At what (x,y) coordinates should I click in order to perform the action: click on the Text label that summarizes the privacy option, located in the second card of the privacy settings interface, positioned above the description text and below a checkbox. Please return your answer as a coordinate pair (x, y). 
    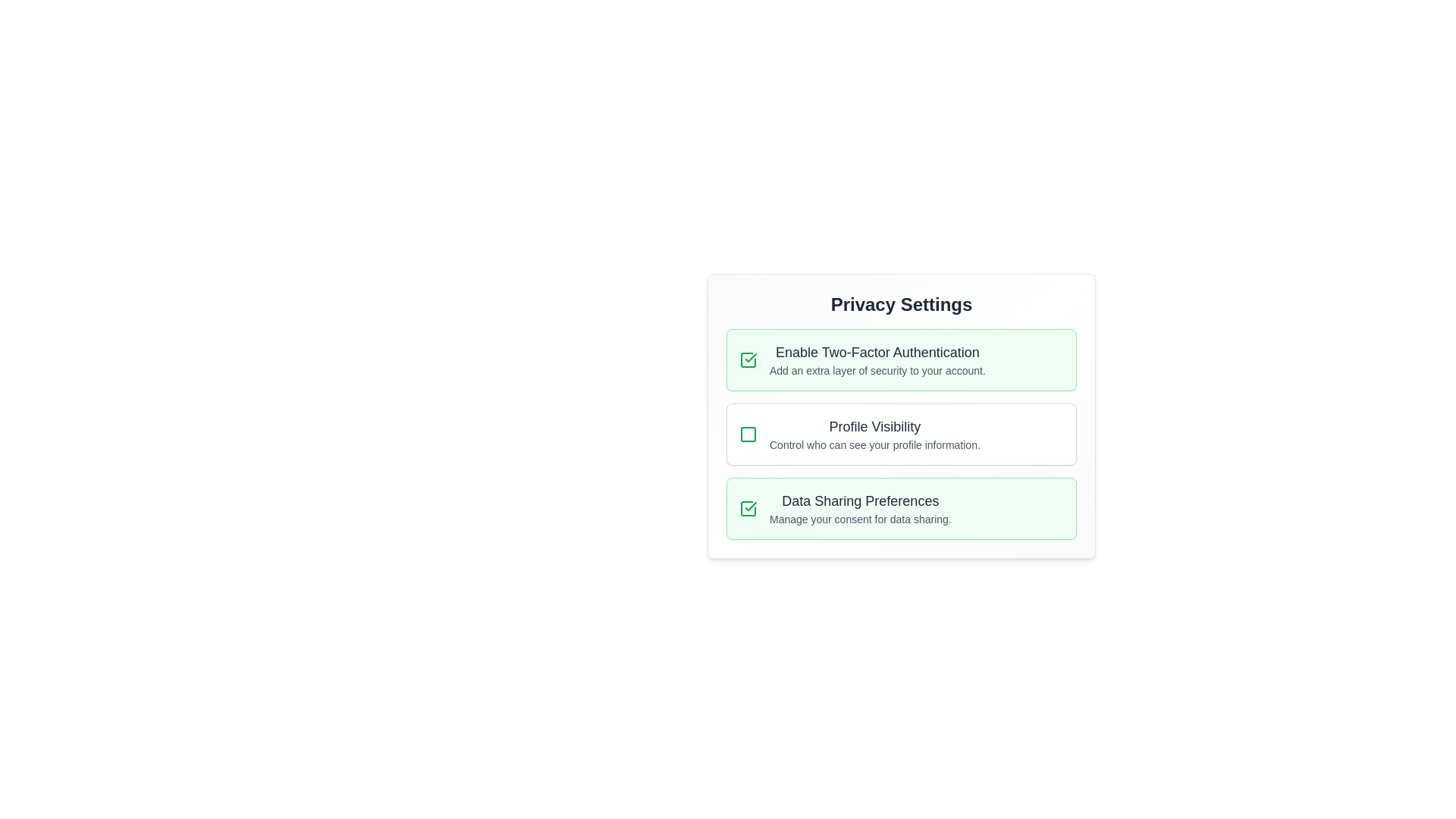
    Looking at the image, I should click on (874, 427).